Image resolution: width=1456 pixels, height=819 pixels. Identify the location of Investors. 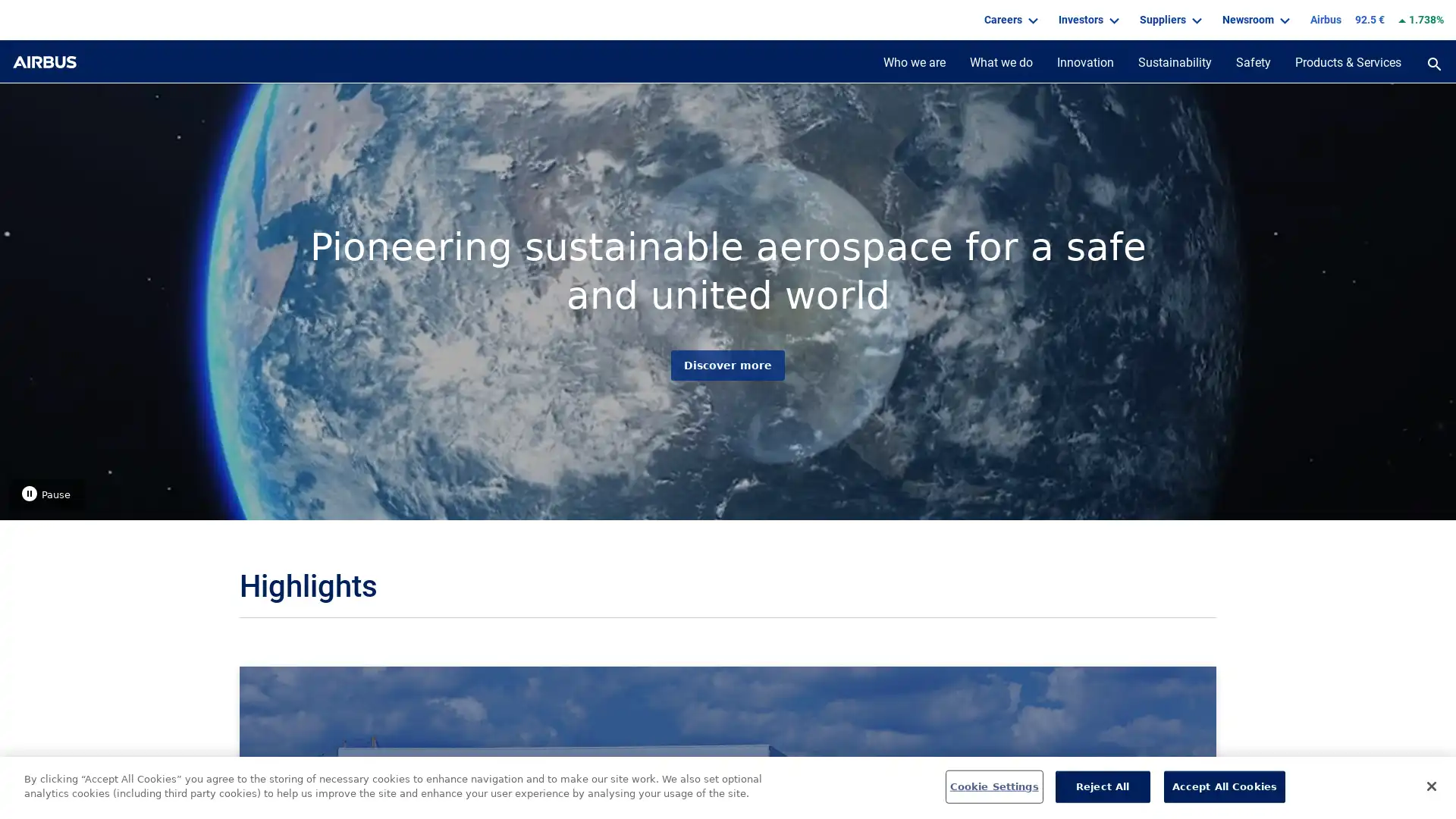
(1086, 20).